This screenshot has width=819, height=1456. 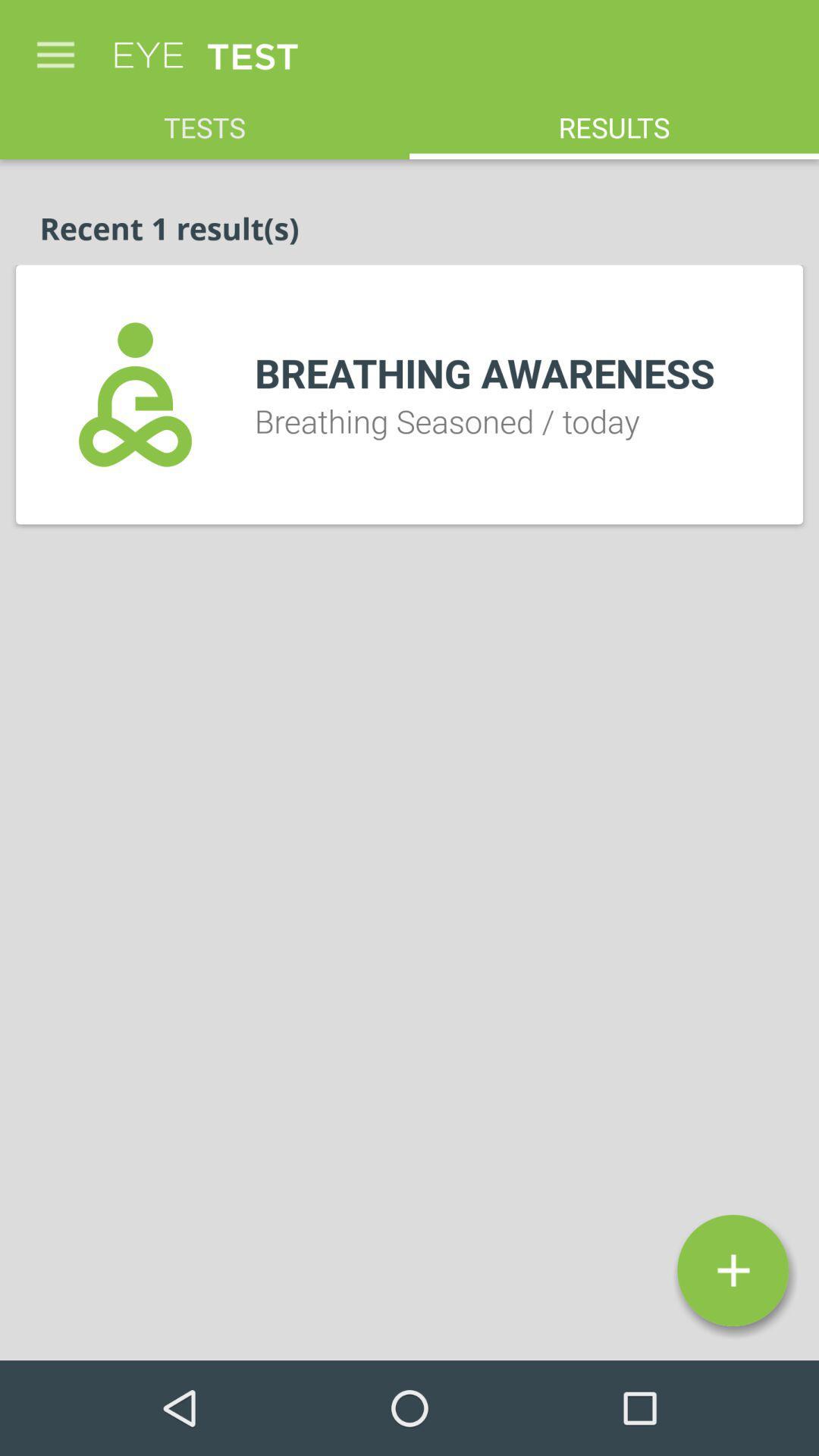 What do you see at coordinates (205, 118) in the screenshot?
I see `the item to the left of results icon` at bounding box center [205, 118].